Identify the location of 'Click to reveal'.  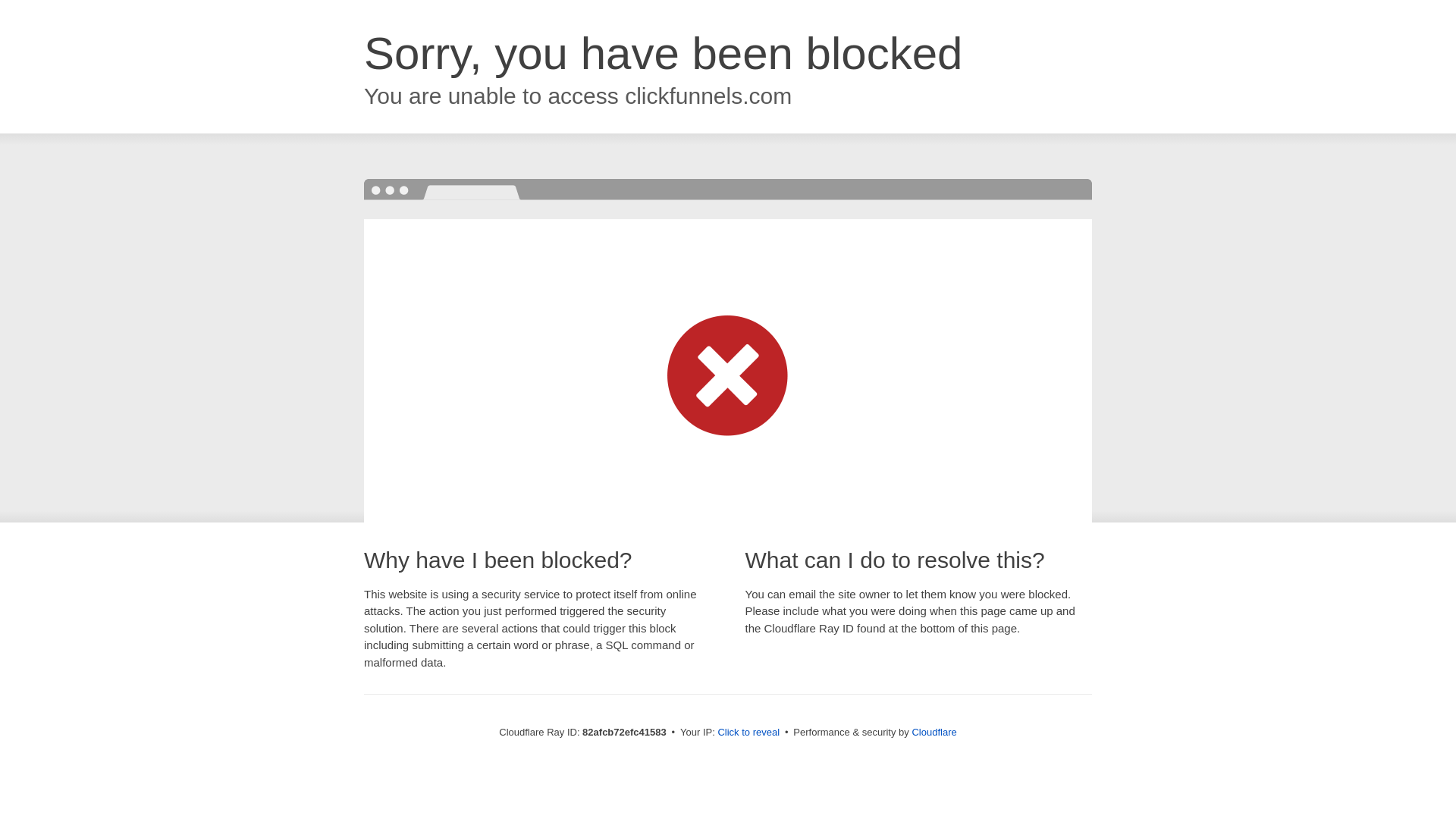
(748, 731).